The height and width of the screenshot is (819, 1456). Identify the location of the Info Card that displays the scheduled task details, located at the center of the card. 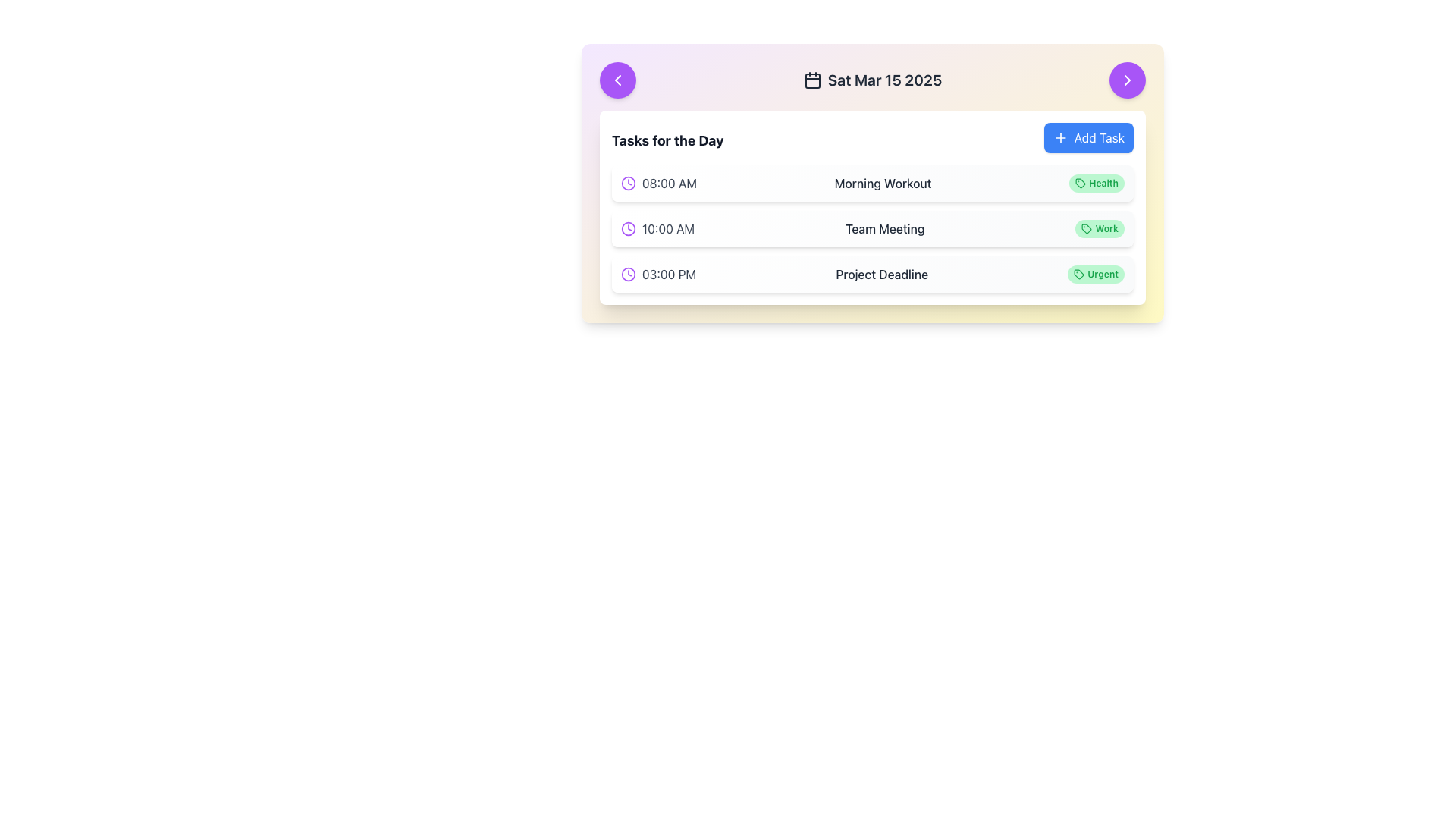
(873, 183).